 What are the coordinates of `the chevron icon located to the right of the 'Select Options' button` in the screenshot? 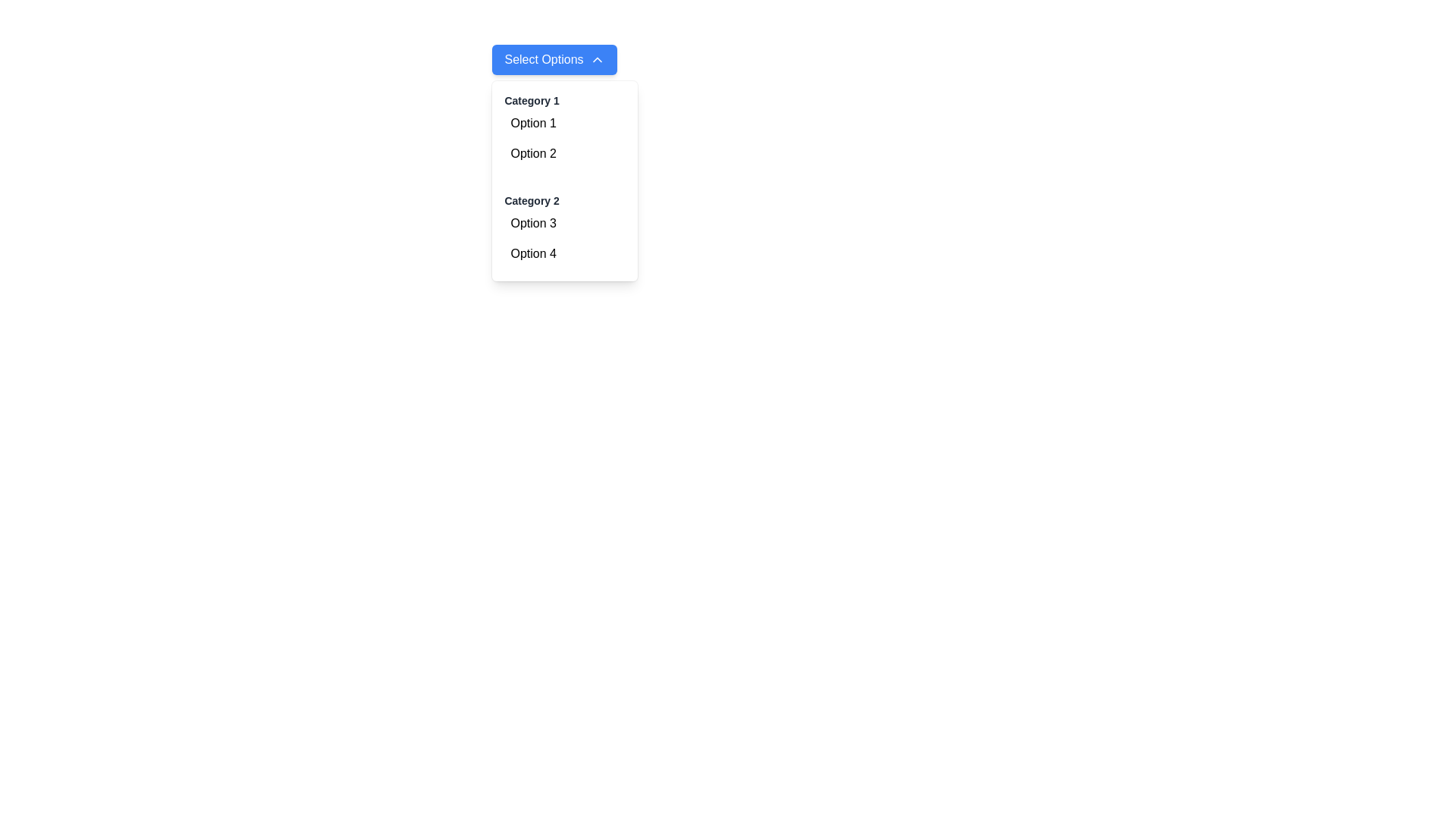 It's located at (596, 58).